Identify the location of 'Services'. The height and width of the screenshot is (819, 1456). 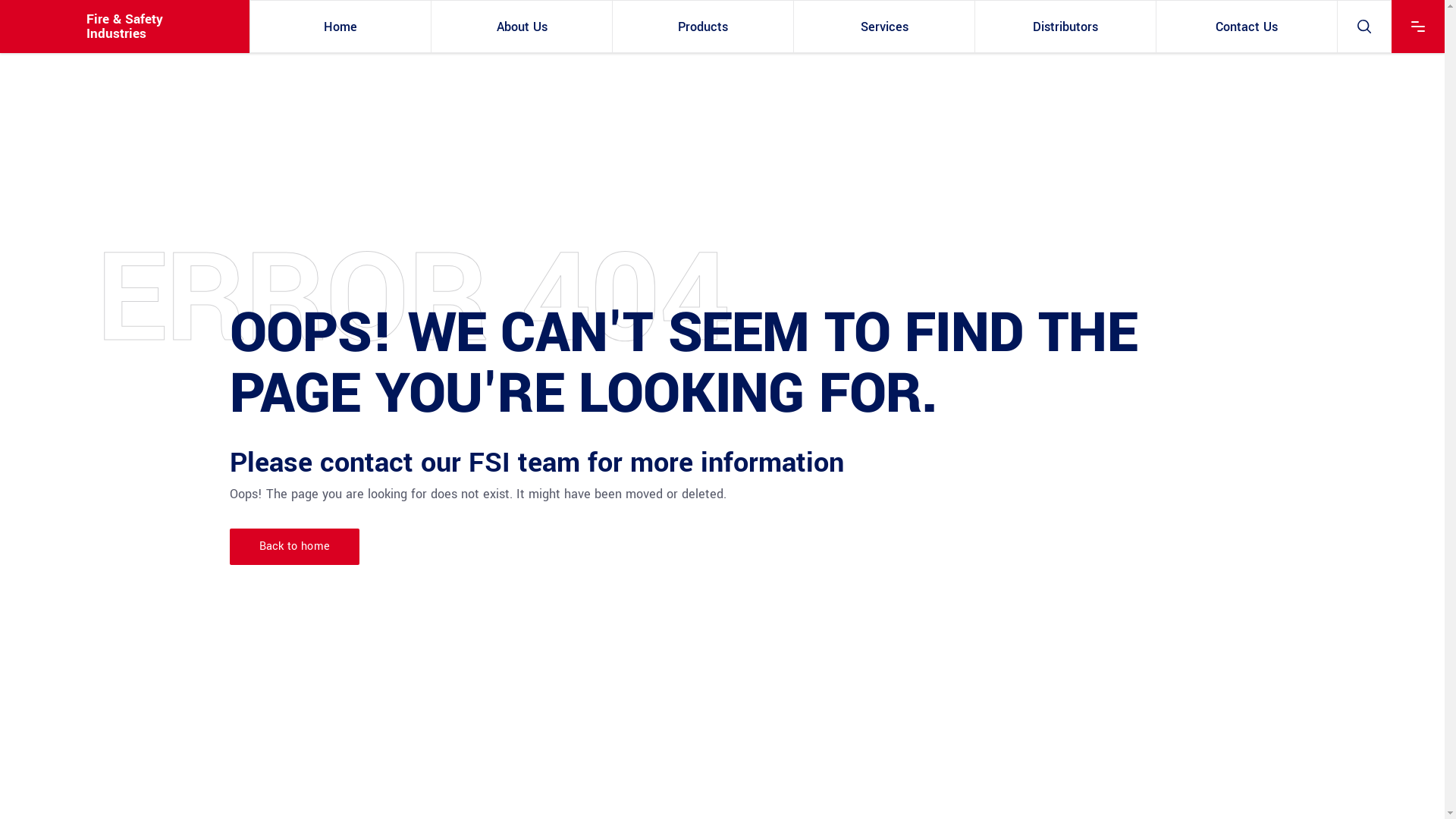
(884, 26).